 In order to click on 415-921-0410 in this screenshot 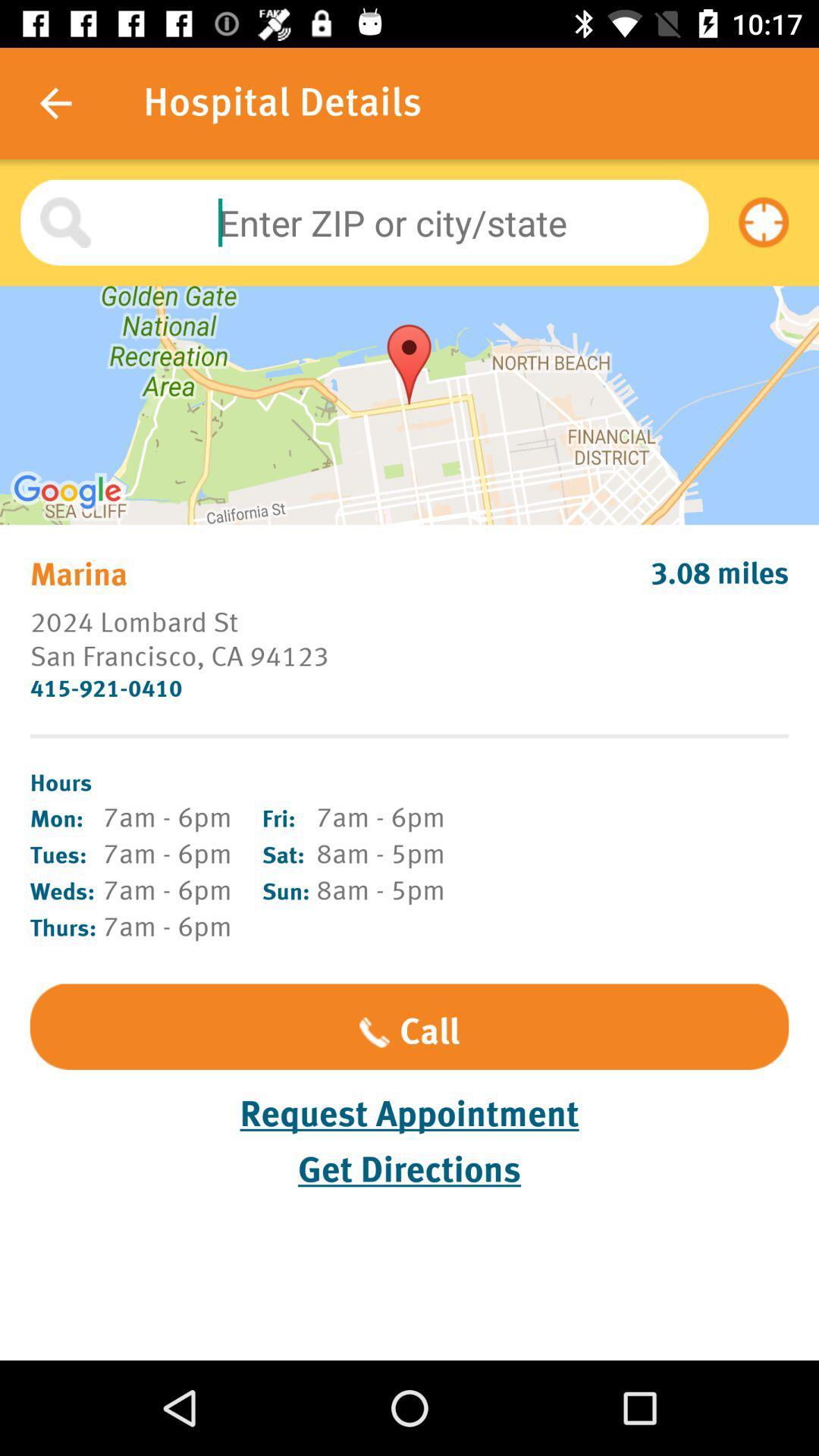, I will do `click(409, 688)`.